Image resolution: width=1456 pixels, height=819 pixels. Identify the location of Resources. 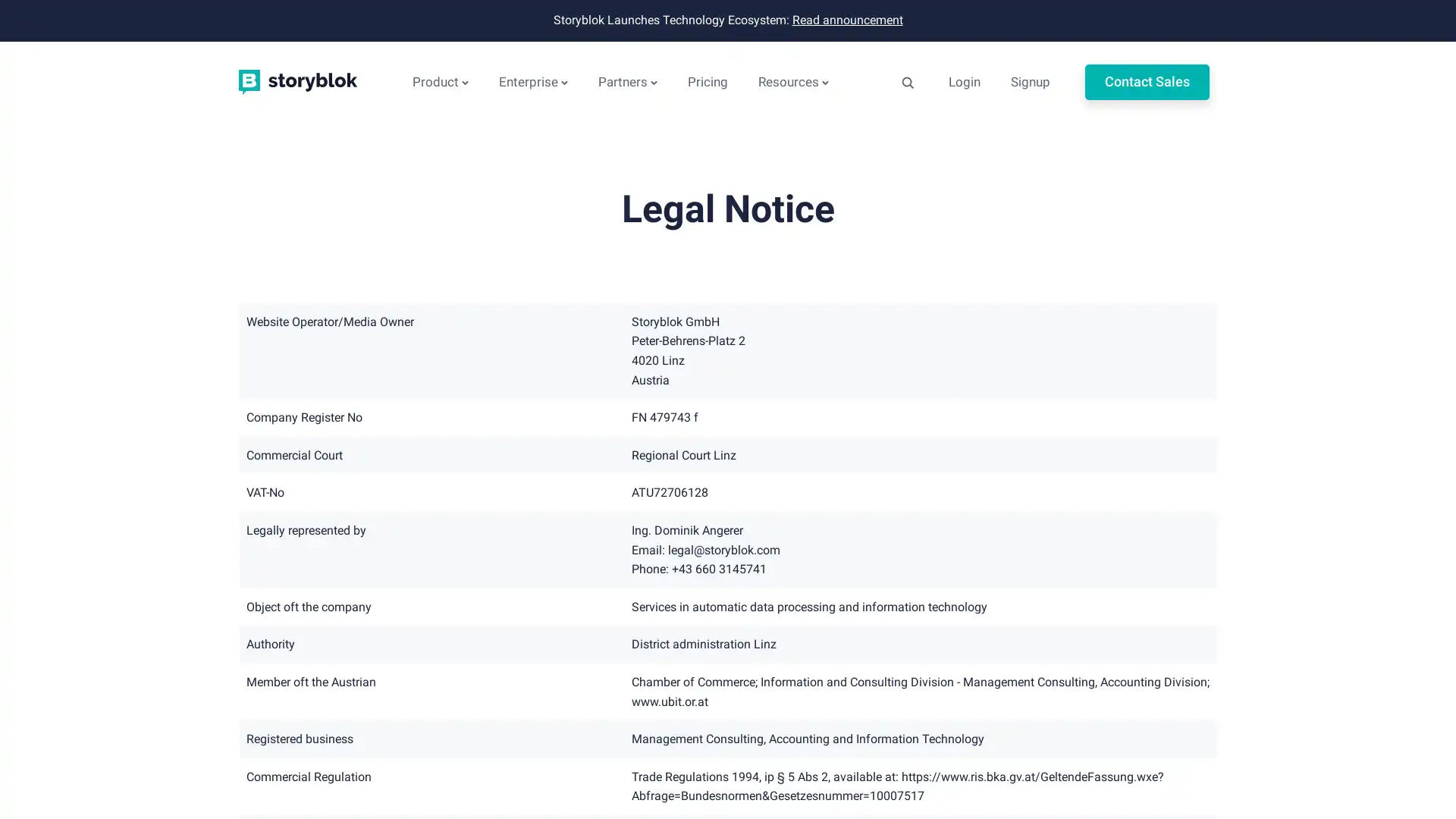
(792, 82).